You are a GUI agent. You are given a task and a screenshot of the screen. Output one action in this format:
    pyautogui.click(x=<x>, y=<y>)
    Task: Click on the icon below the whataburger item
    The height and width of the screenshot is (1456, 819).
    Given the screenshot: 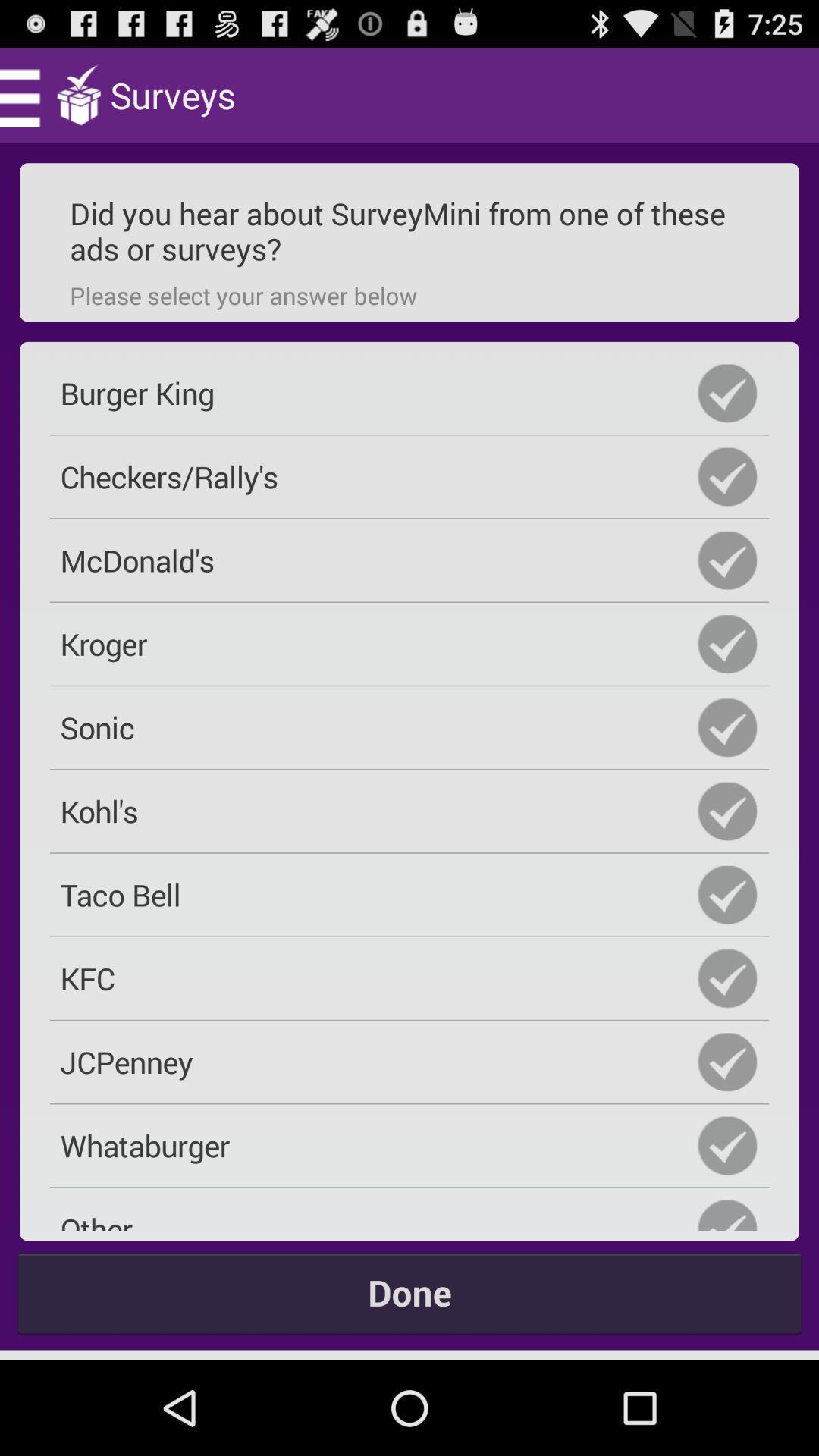 What is the action you would take?
    pyautogui.click(x=409, y=1214)
    